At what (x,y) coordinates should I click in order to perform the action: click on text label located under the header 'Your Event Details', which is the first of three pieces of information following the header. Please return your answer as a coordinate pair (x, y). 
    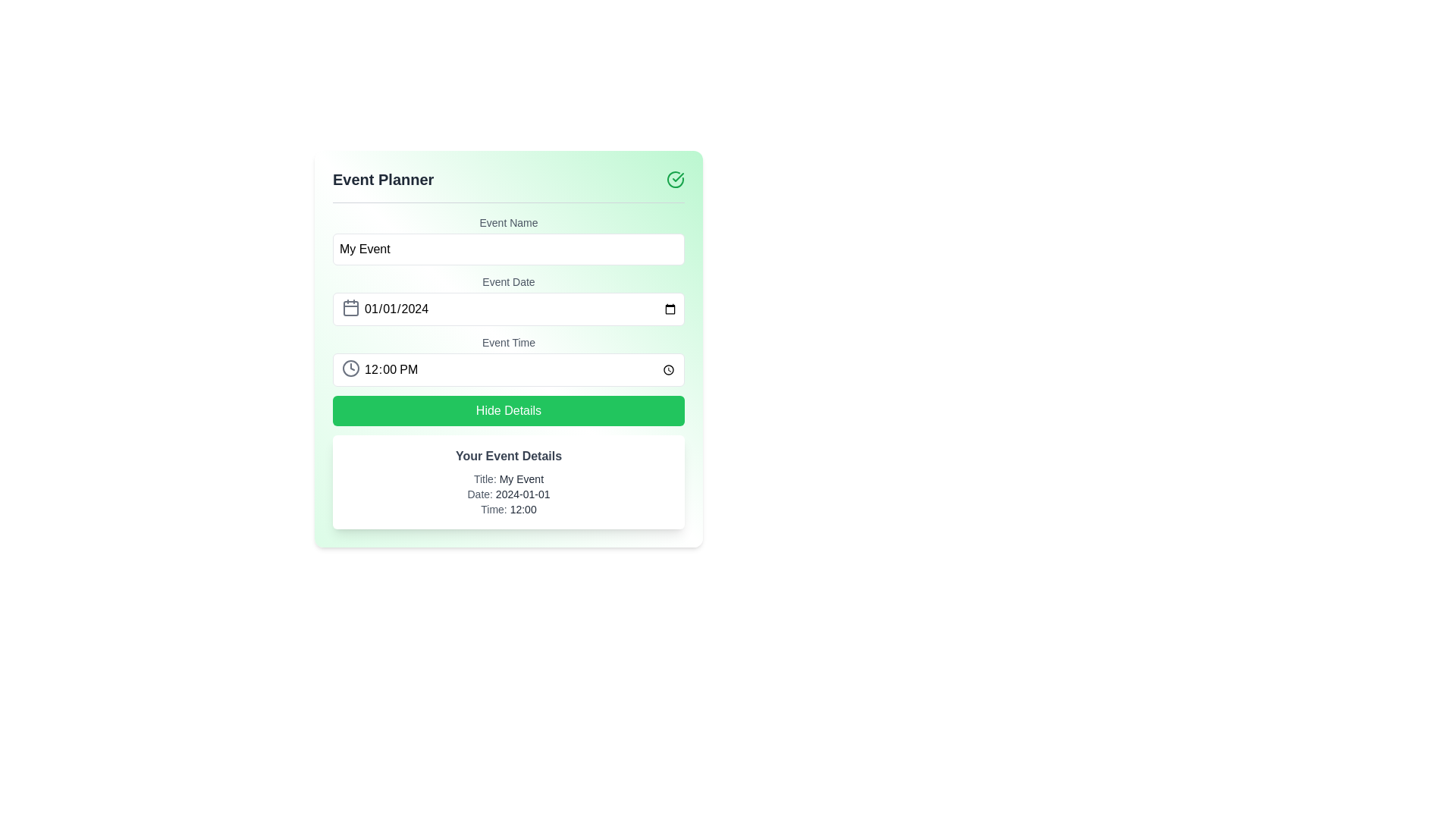
    Looking at the image, I should click on (509, 479).